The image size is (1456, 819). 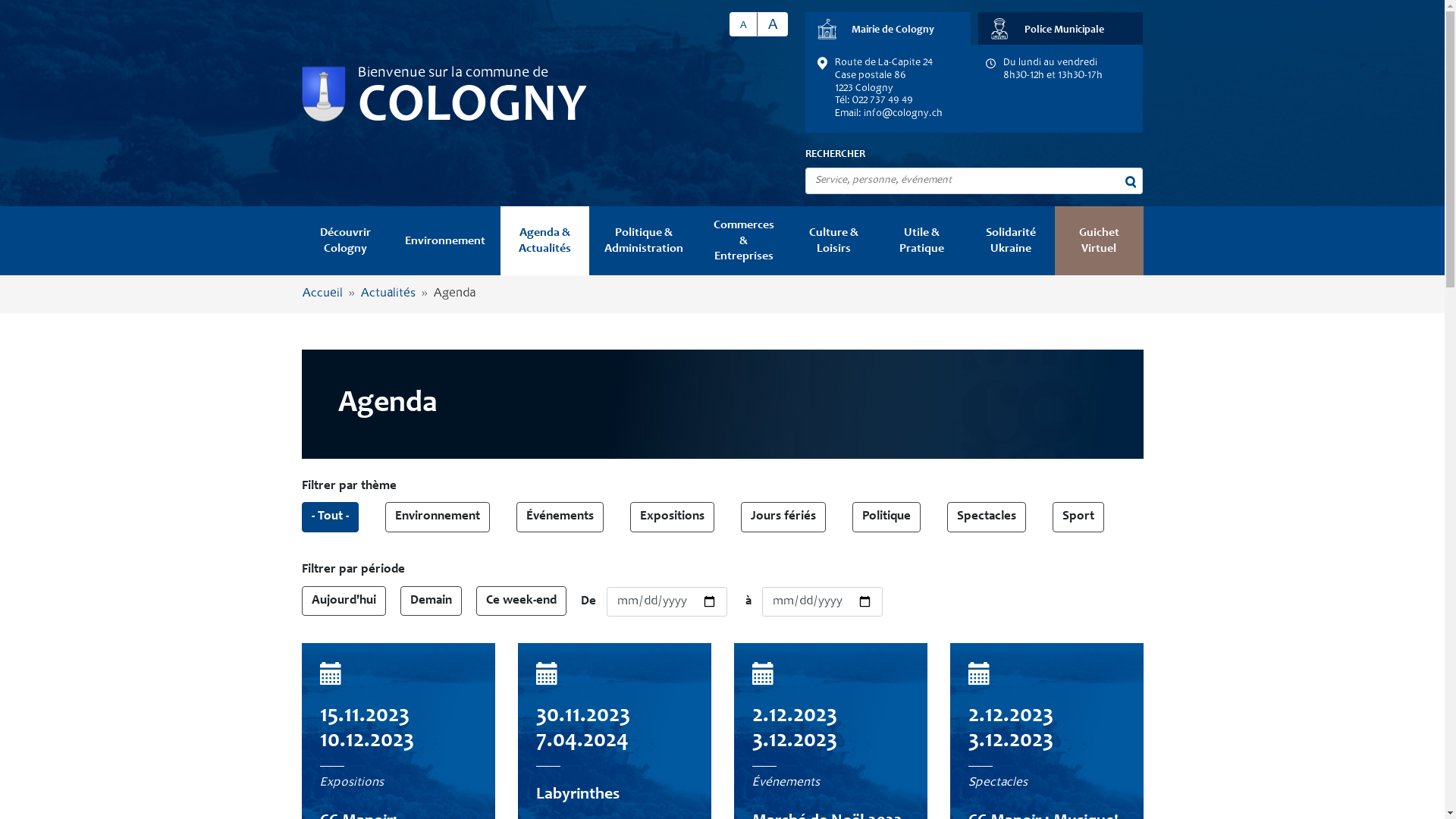 I want to click on 'Sport', so click(x=1077, y=516).